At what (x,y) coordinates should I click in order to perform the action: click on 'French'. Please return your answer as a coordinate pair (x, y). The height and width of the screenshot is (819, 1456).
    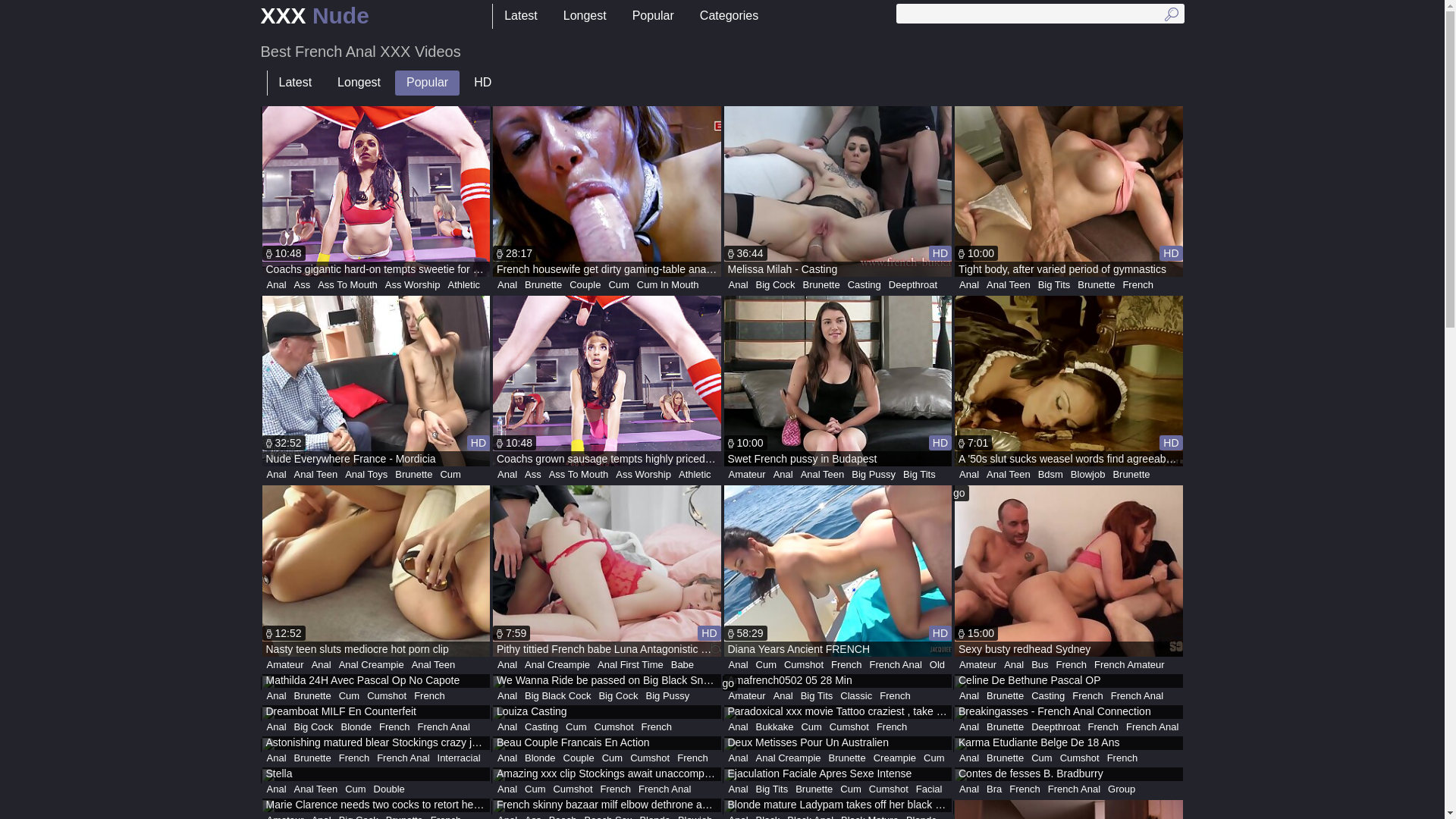
    Looking at the image, I should click on (846, 664).